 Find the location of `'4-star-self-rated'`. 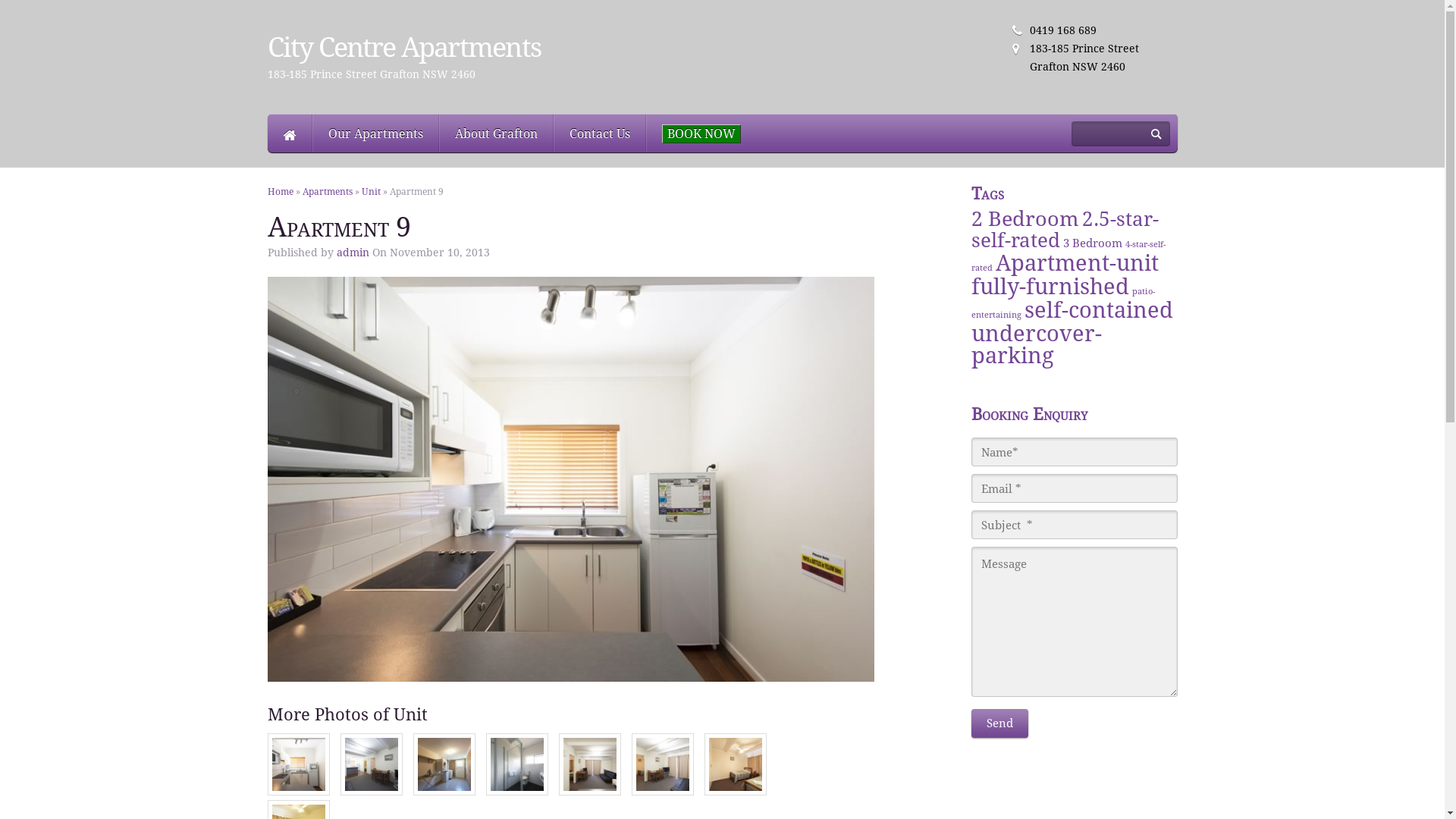

'4-star-self-rated' is located at coordinates (1068, 256).